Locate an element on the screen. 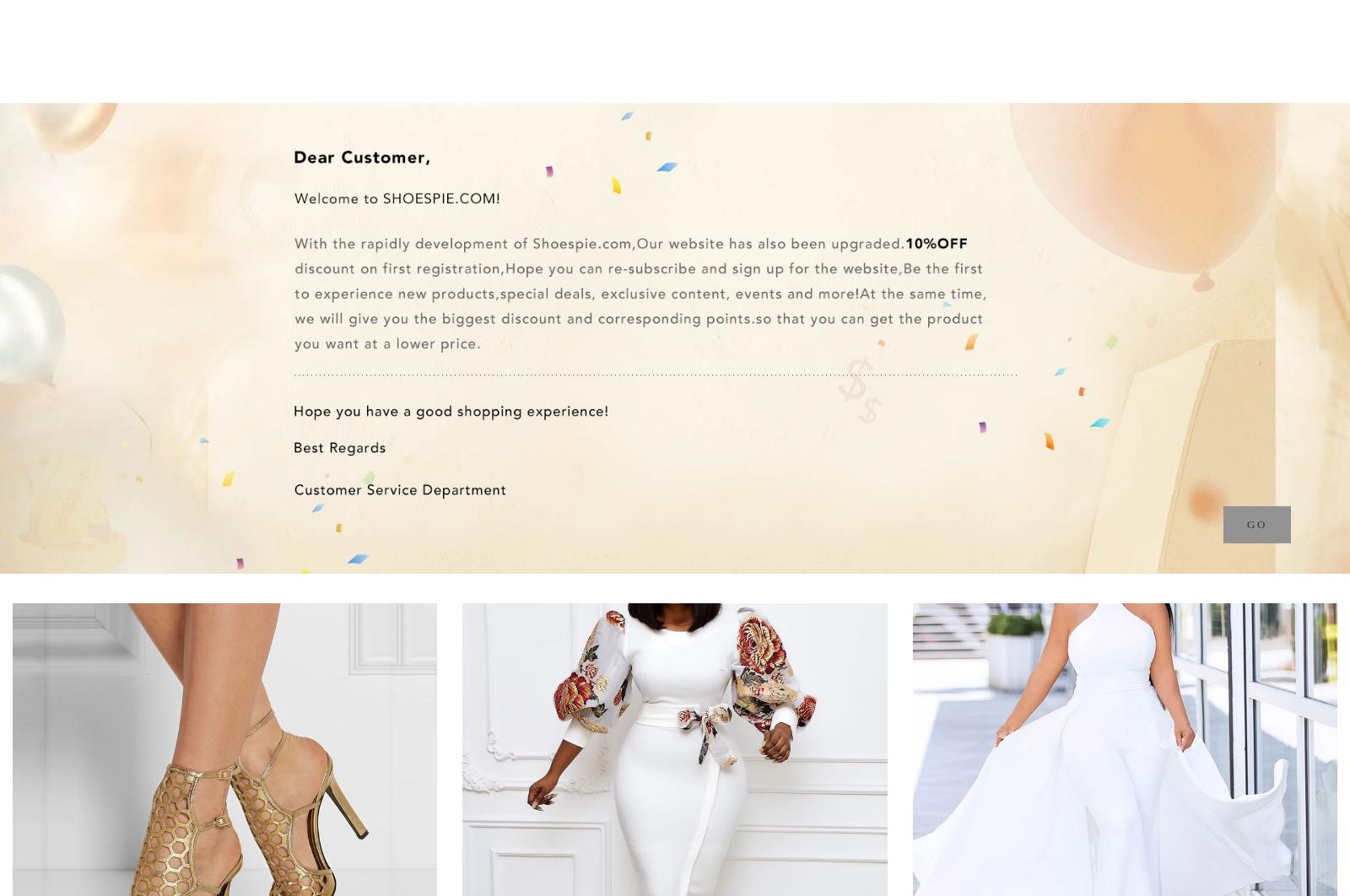 Image resolution: width=1350 pixels, height=896 pixels. 'Outerwears & Coats' is located at coordinates (958, 200).